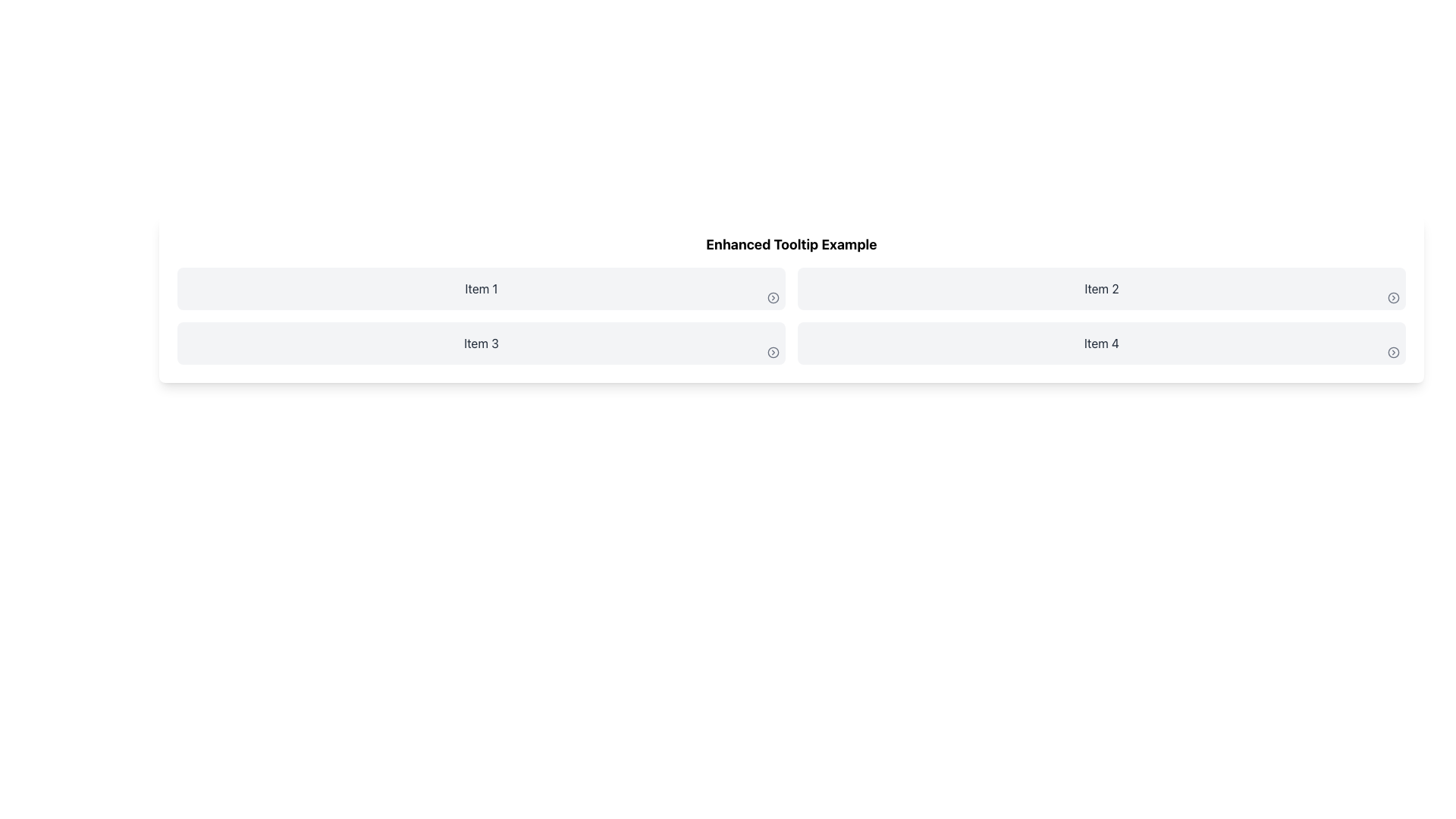 This screenshot has height=819, width=1456. I want to click on the card displaying 'Item 3', which is located in the bottom-left cell of a two-column grid layout, characterized by its light gray background and dark gray text, so click(480, 343).